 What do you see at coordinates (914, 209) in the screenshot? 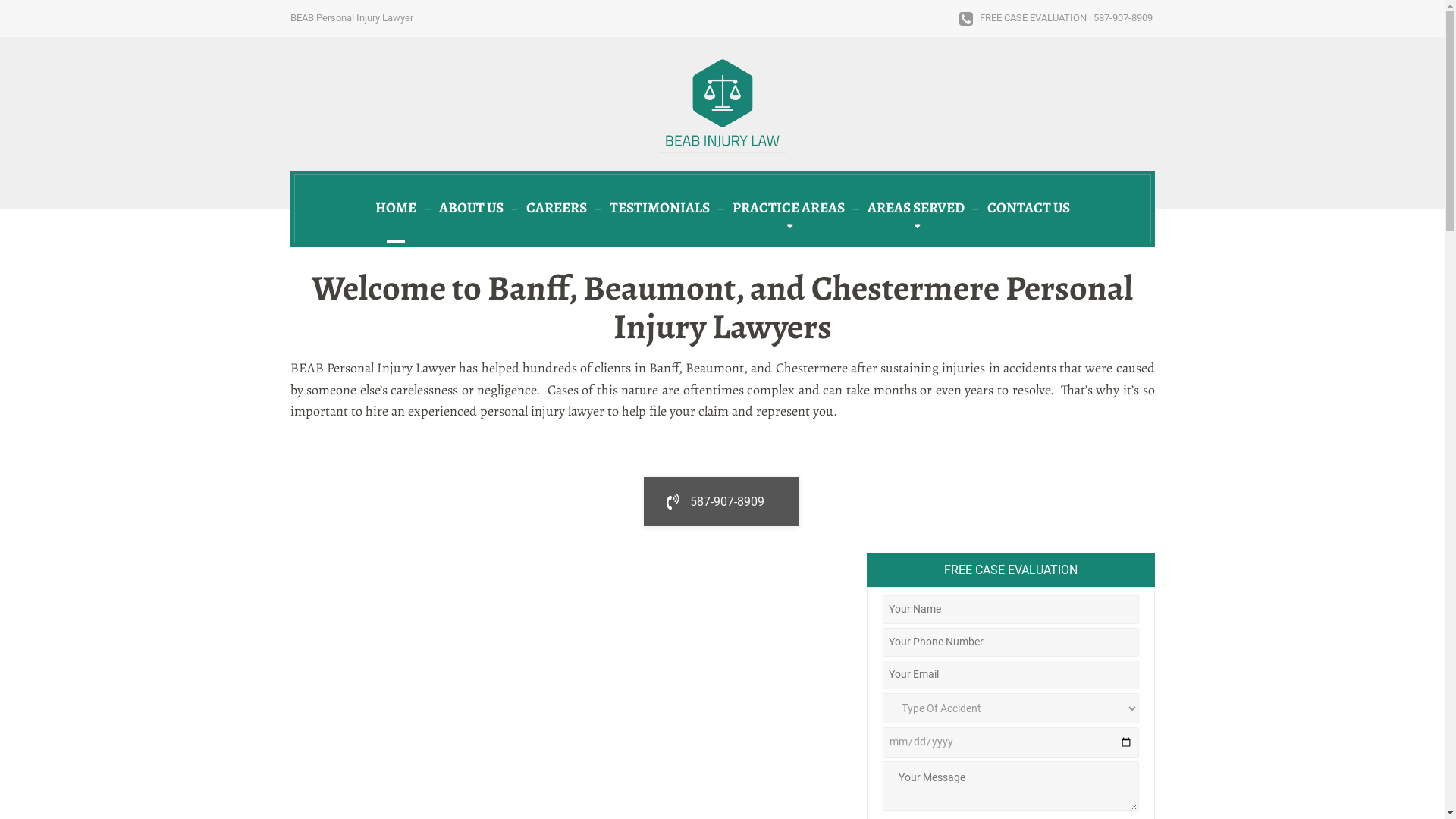
I see `'AREAS SERVED'` at bounding box center [914, 209].